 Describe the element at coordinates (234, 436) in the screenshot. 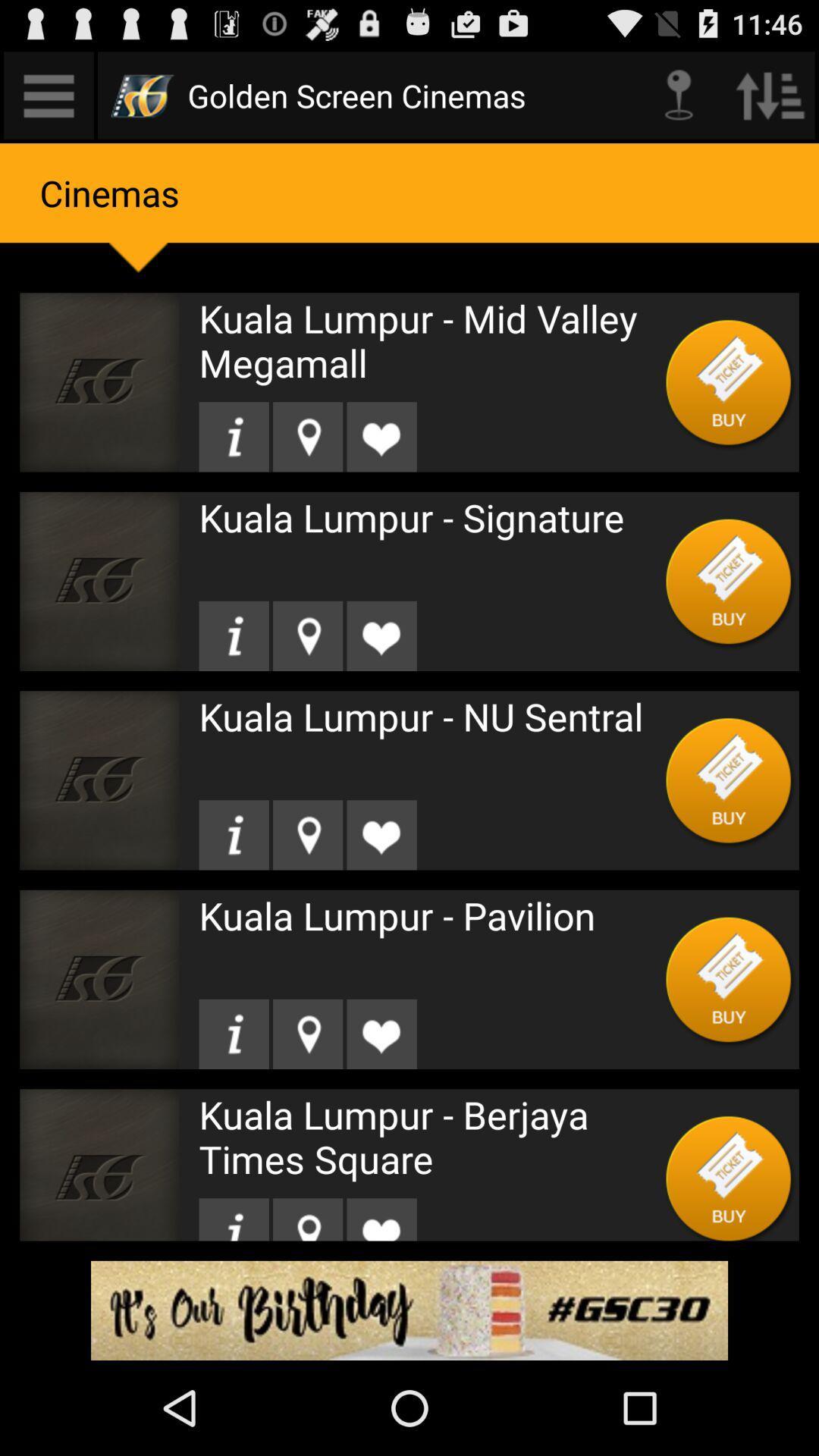

I see `details option` at that location.